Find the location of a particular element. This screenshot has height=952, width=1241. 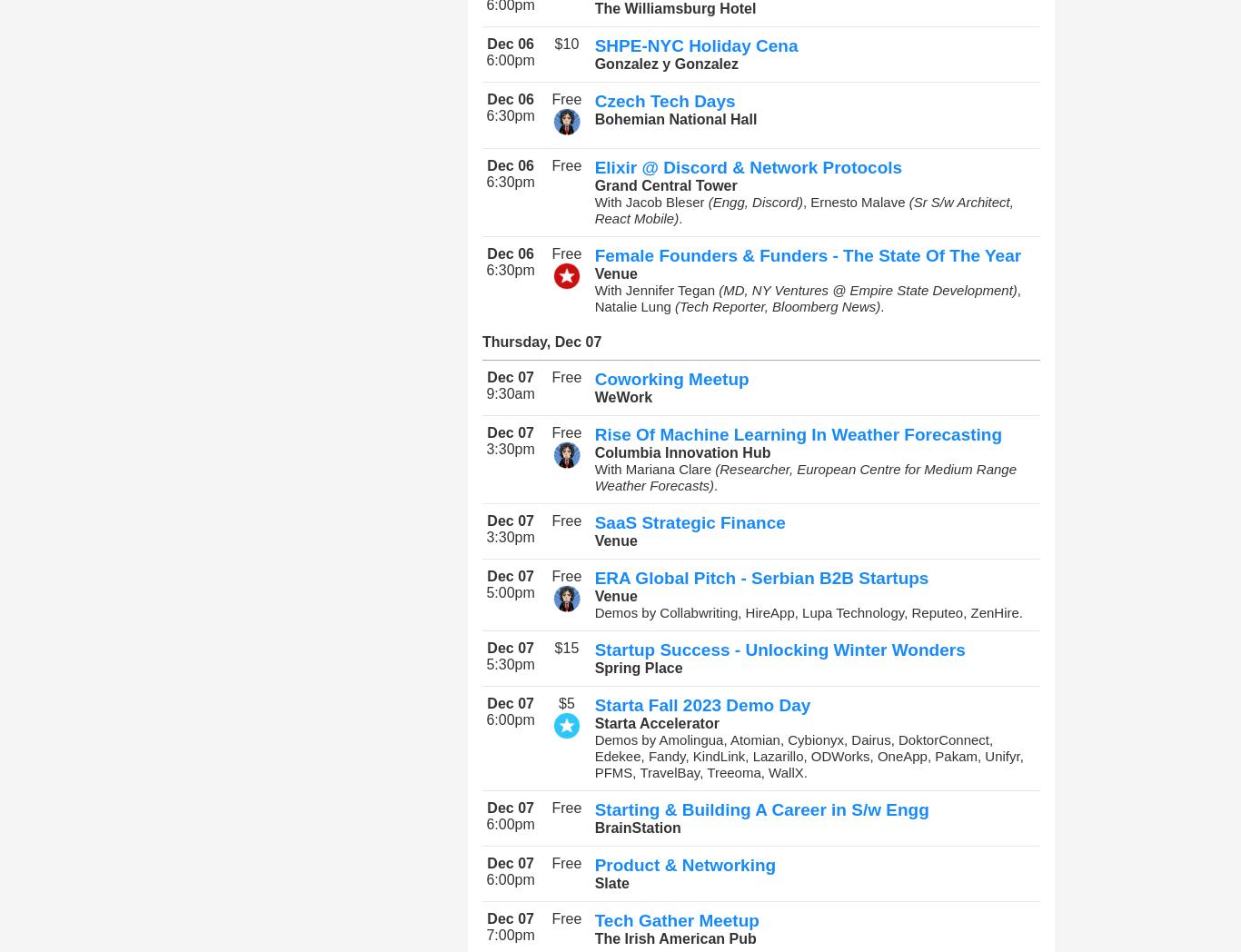

', Ernesto Malave' is located at coordinates (855, 202).